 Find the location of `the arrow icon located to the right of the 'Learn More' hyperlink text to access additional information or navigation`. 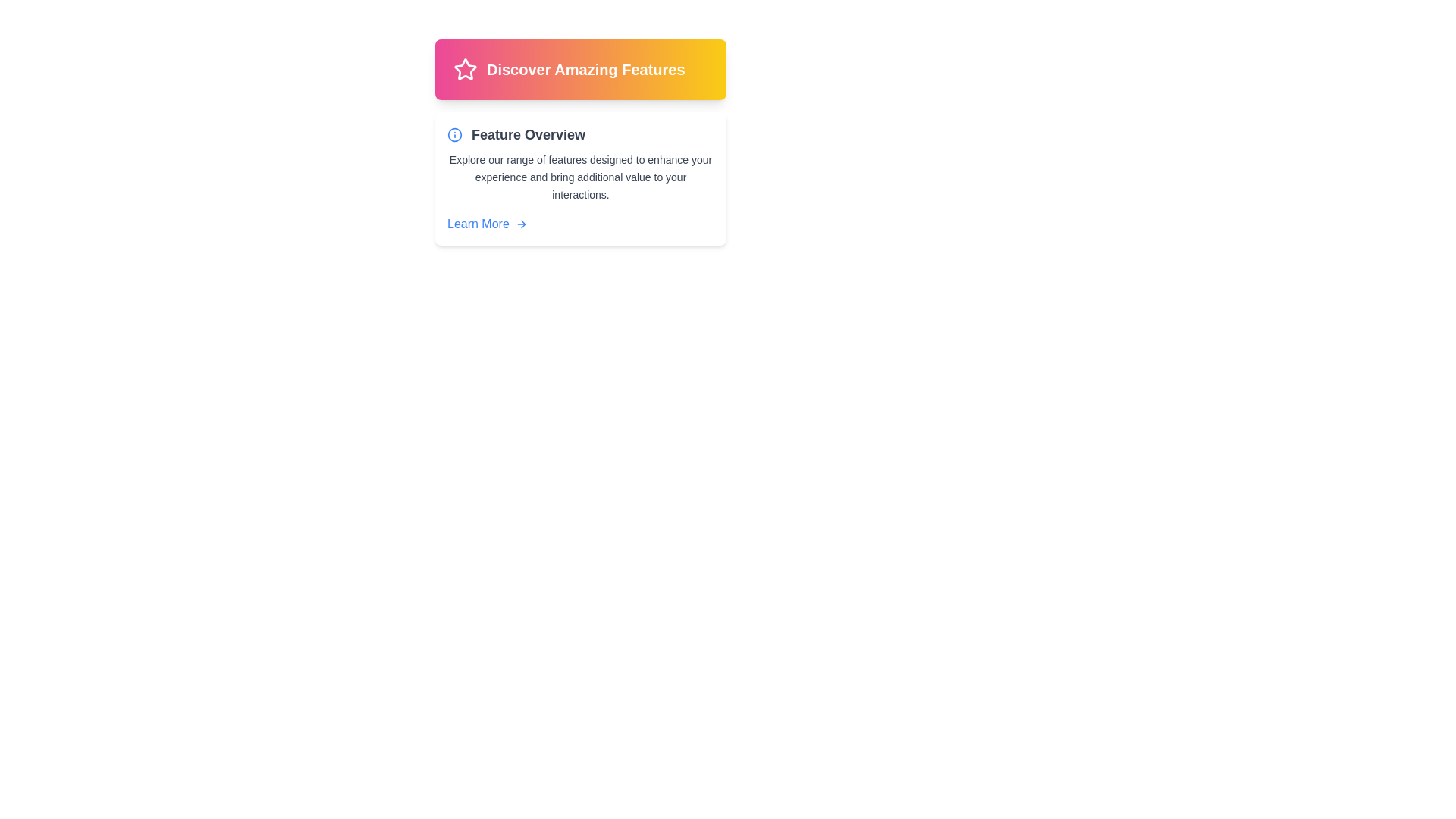

the arrow icon located to the right of the 'Learn More' hyperlink text to access additional information or navigation is located at coordinates (523, 224).